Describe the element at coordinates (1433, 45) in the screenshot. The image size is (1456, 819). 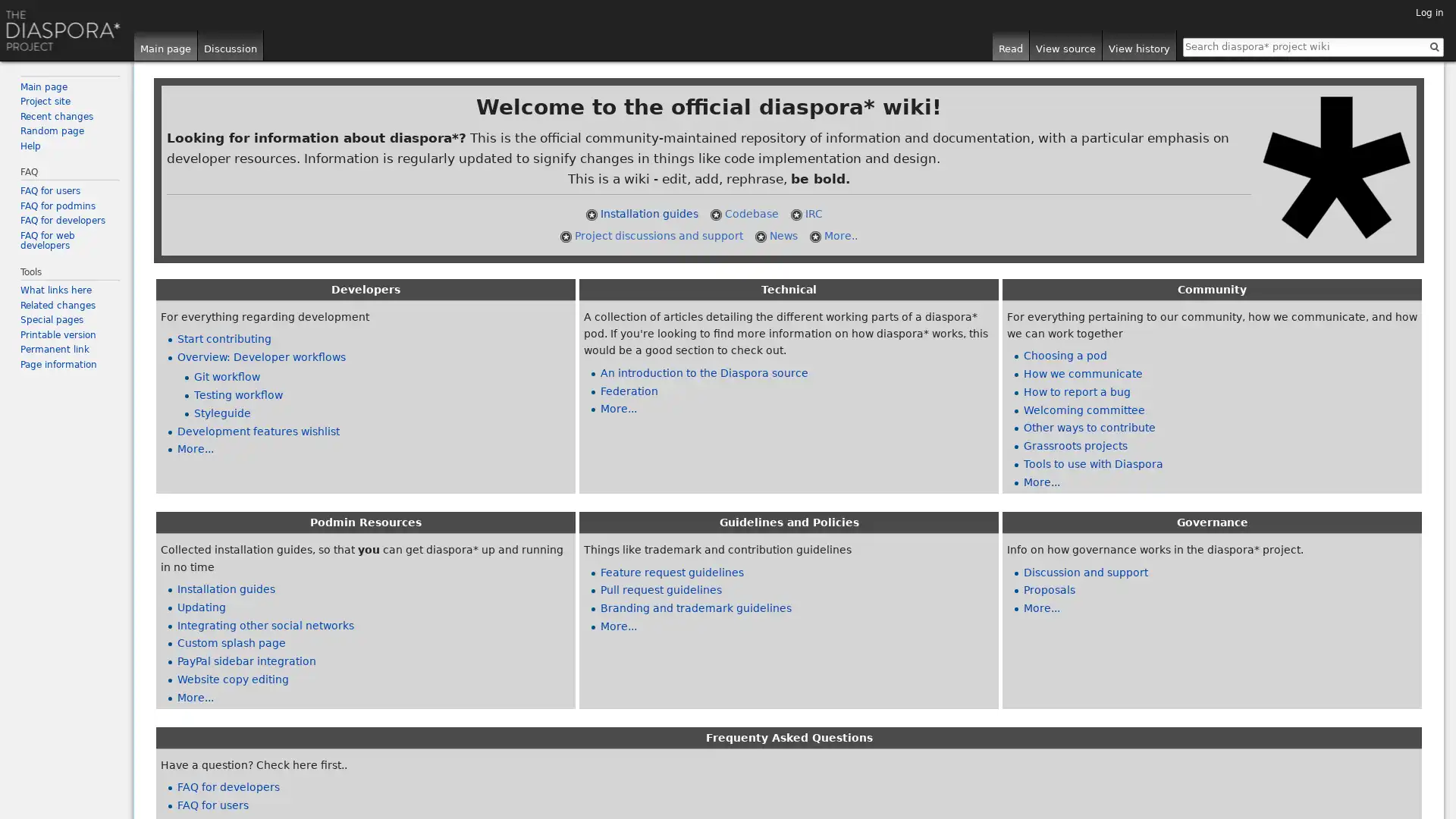
I see `Go` at that location.